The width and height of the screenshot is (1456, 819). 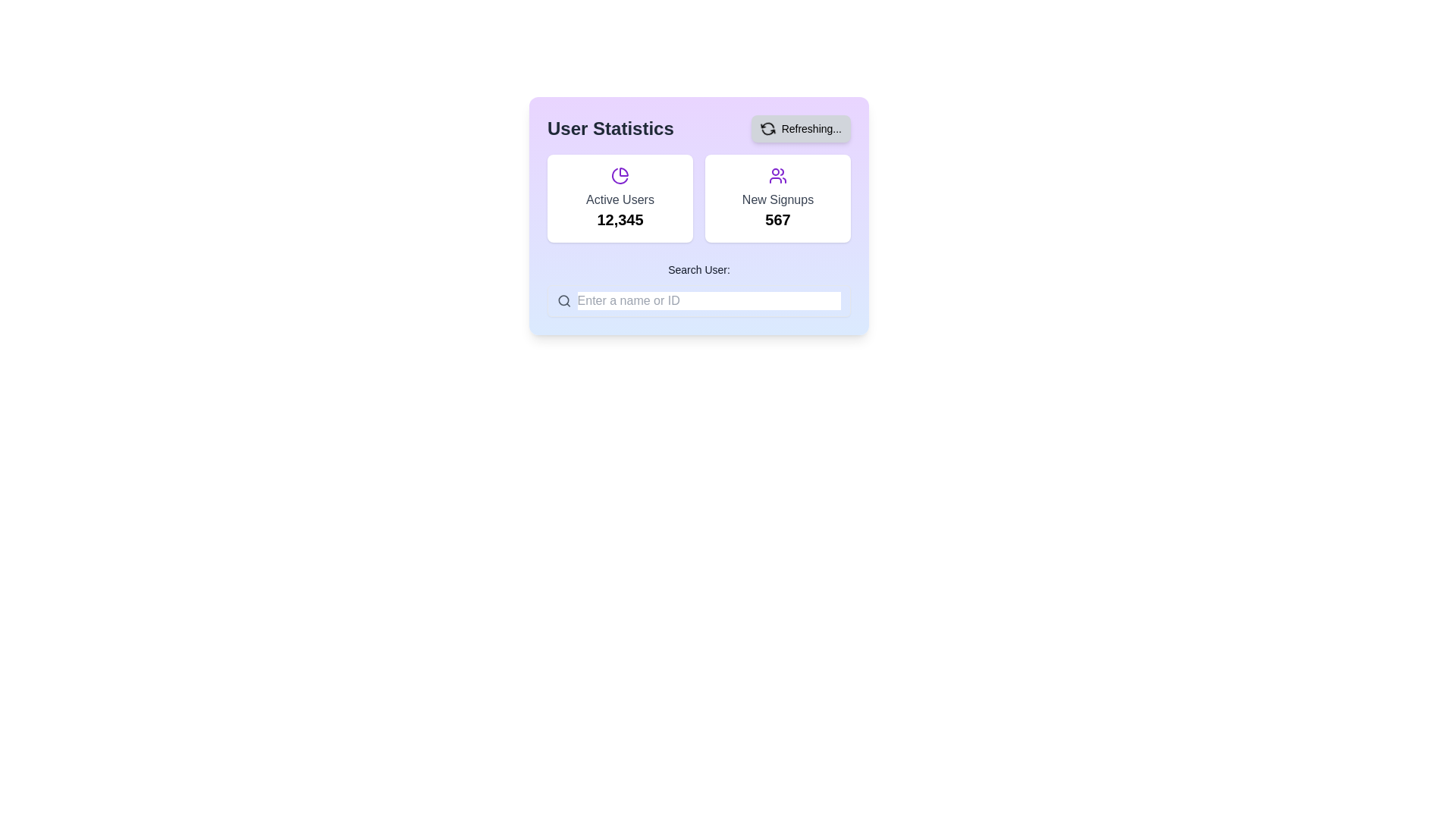 I want to click on the decorative chart icon located on the top-right segment of the pie chart, which visually represents data visualization concepts in the user interface, so click(x=623, y=171).